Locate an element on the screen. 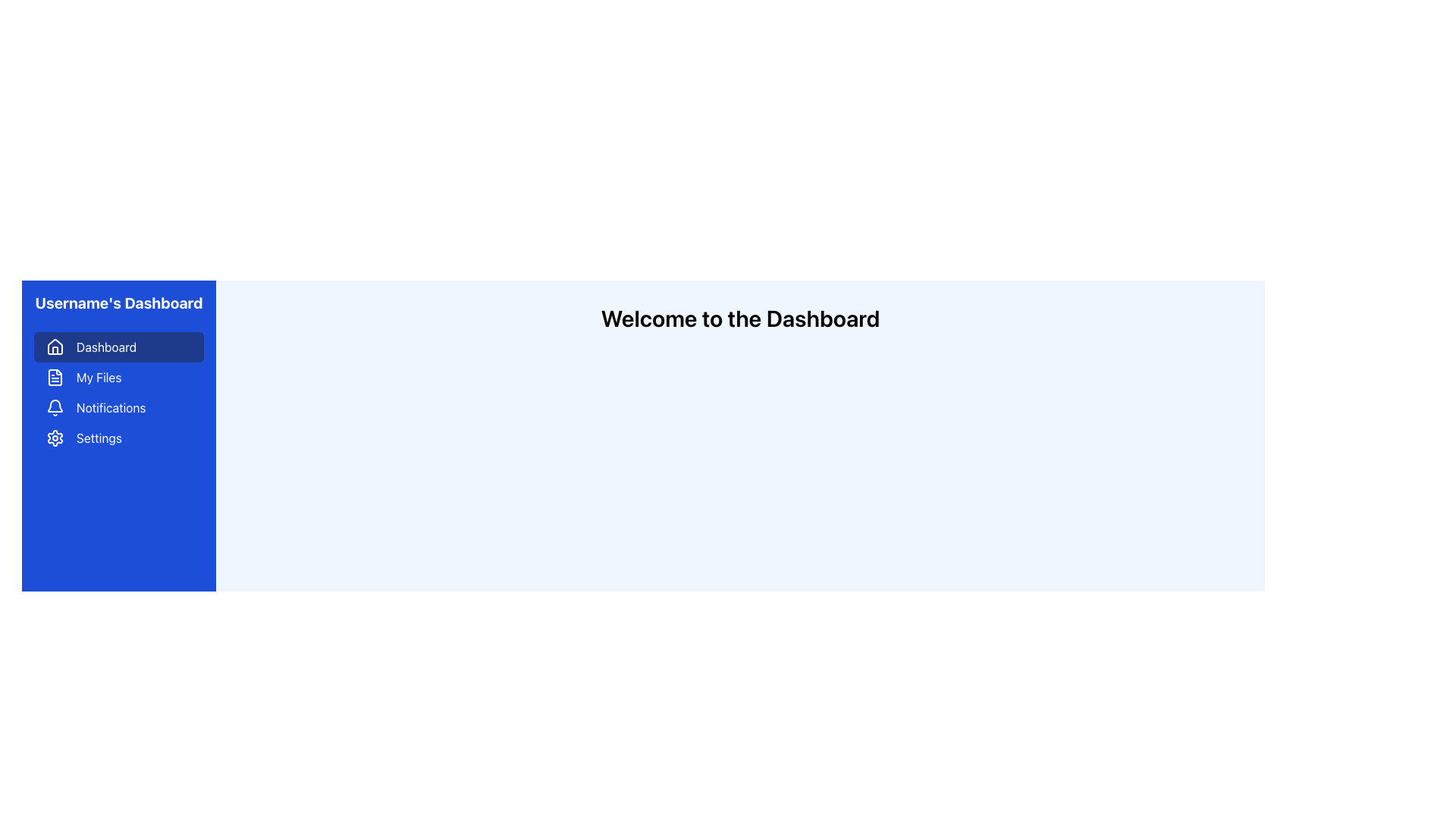 The width and height of the screenshot is (1456, 819). the 'My Files' button, which is a rectangular button with a blue background, rounded corners, a white file icon on the left, and bold white text on the right is located at coordinates (118, 376).